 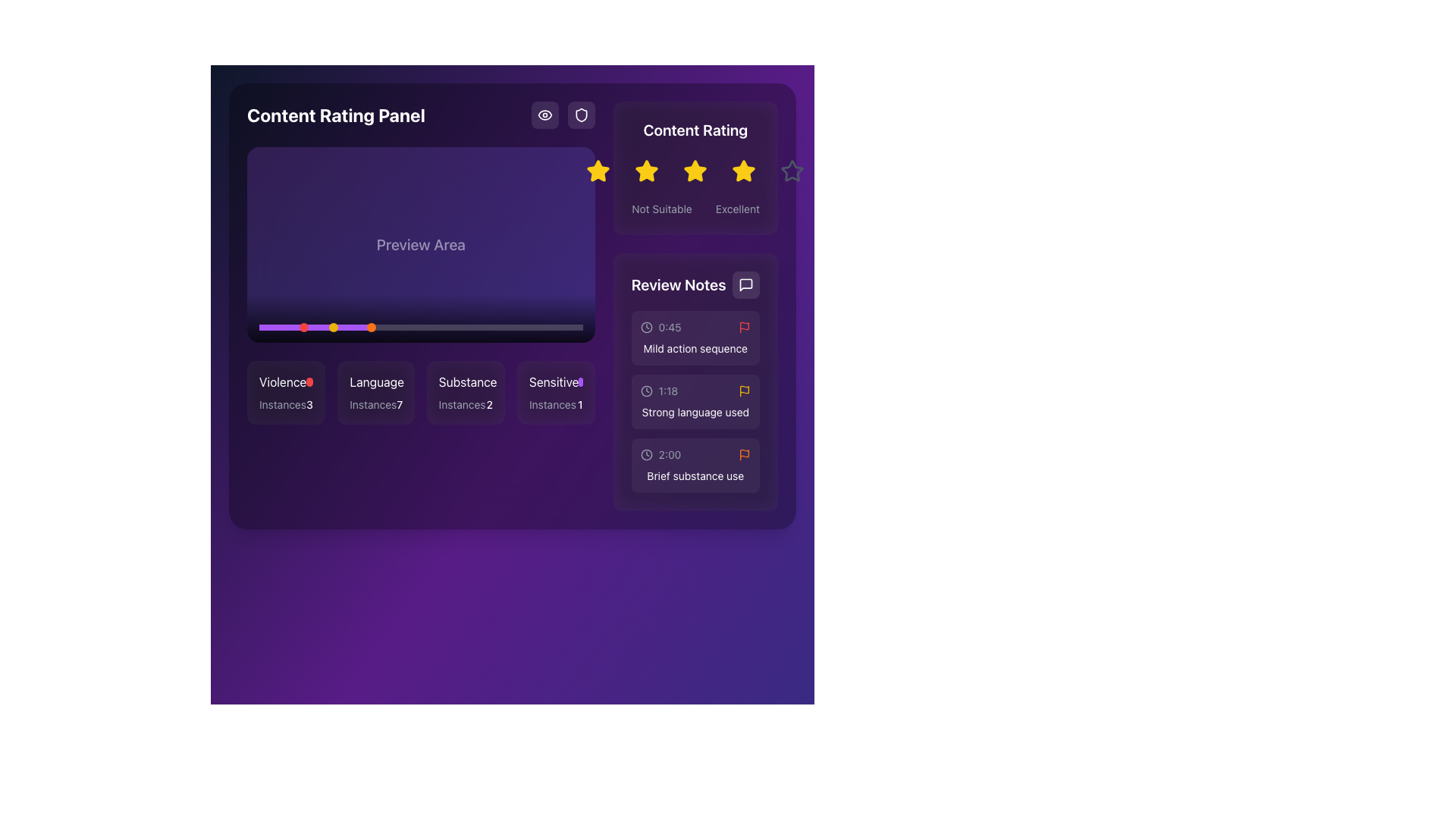 What do you see at coordinates (744, 325) in the screenshot?
I see `the SVG icon in the 'Review Notes' section, which is positioned to the right of a timestamp-text pair` at bounding box center [744, 325].